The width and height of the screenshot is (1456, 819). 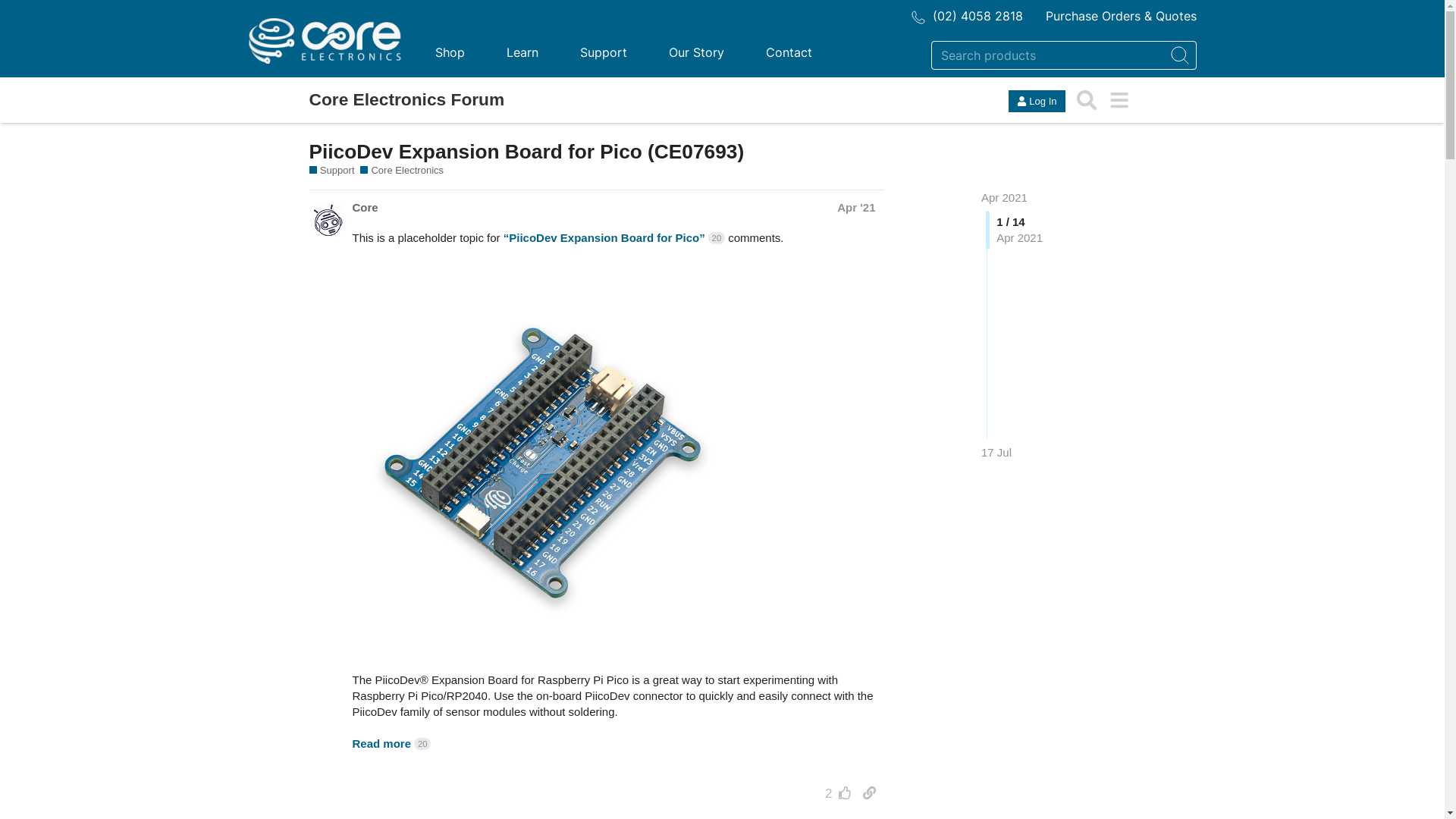 What do you see at coordinates (527, 152) in the screenshot?
I see `'PiicoDev Expansion Board for Pico (CE07693)'` at bounding box center [527, 152].